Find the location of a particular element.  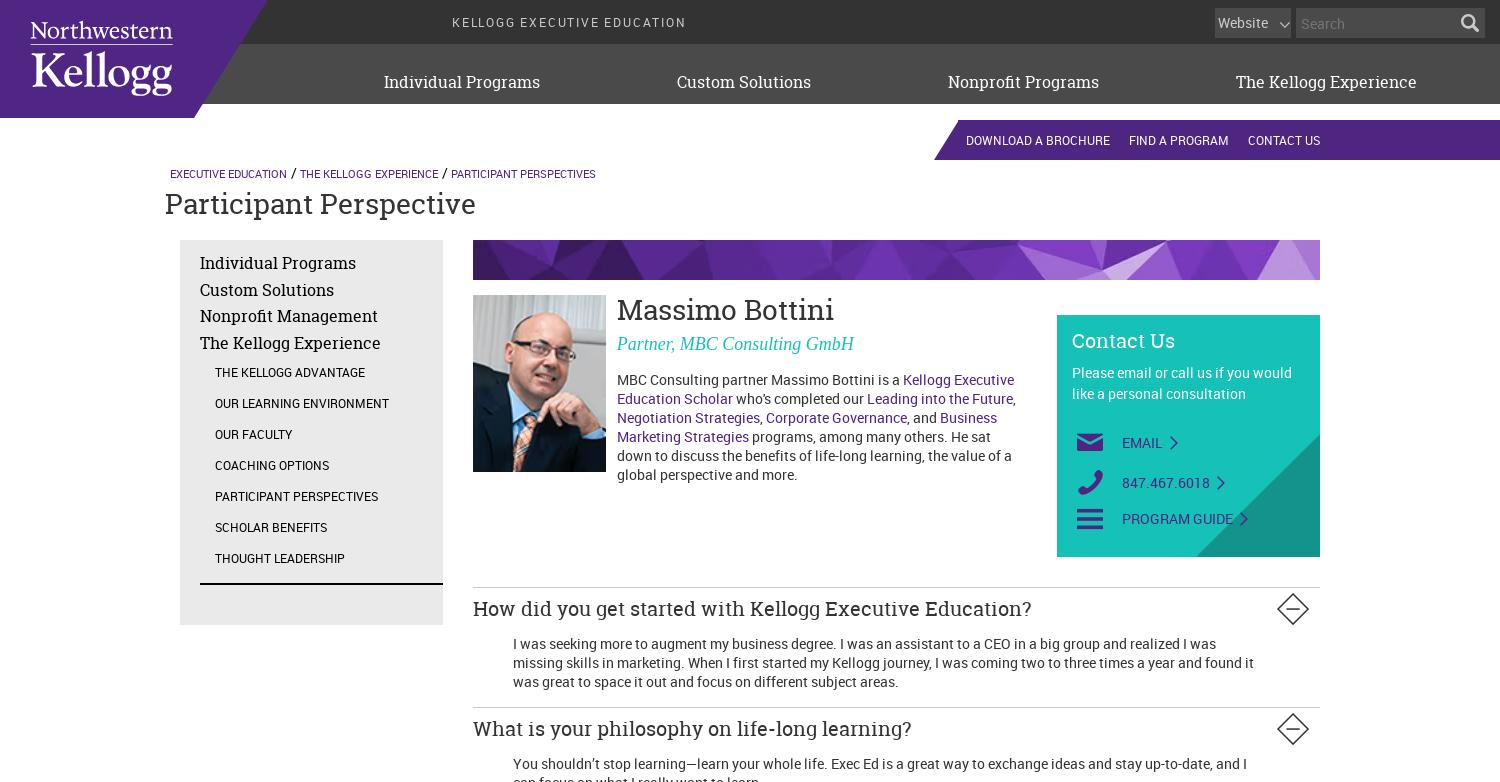

'Email' is located at coordinates (1142, 441).